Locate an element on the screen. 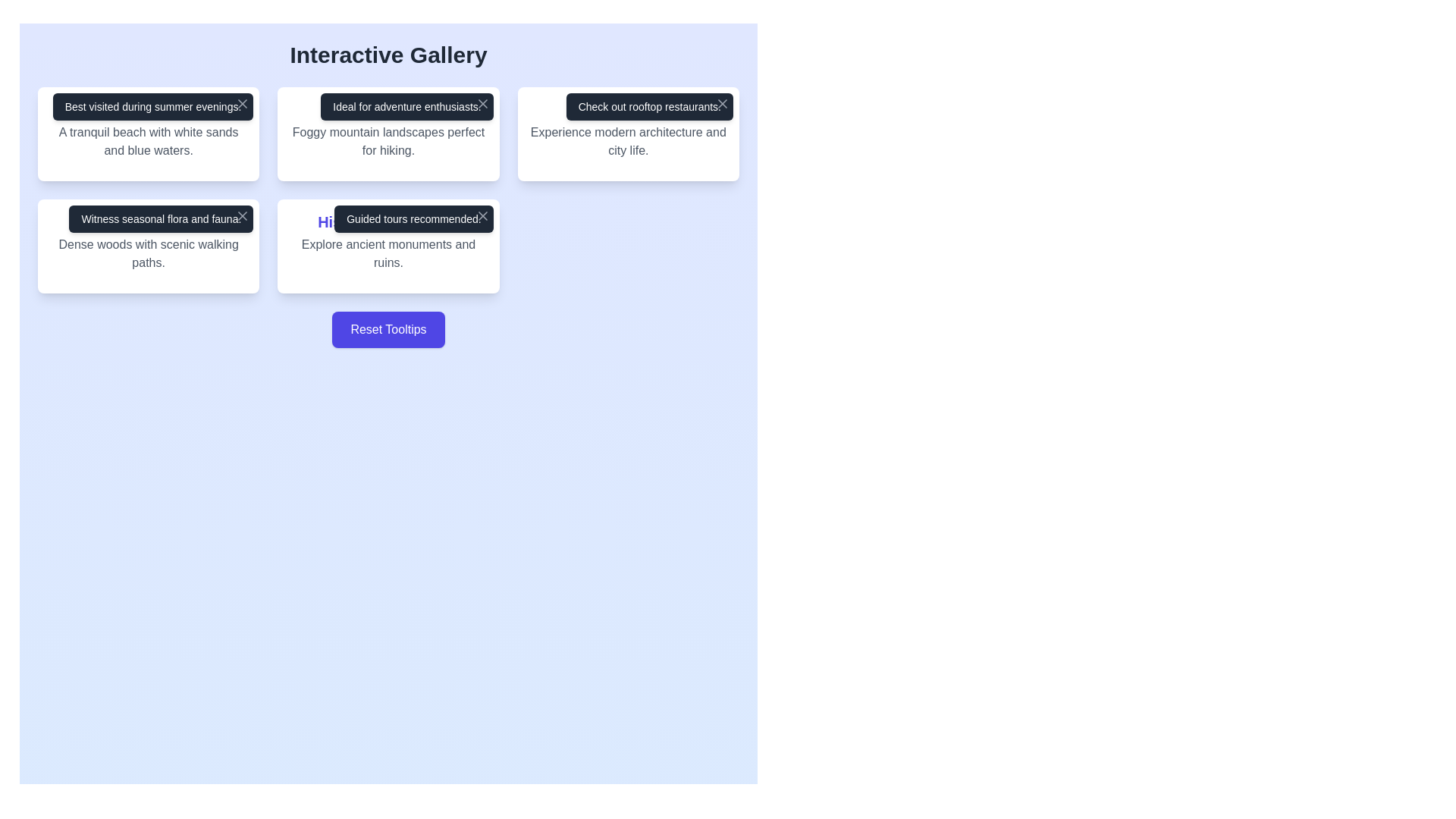  the 'X' icon located in the upper-right corner of the 'Ideal for adventure enthusiasts' card is located at coordinates (482, 103).